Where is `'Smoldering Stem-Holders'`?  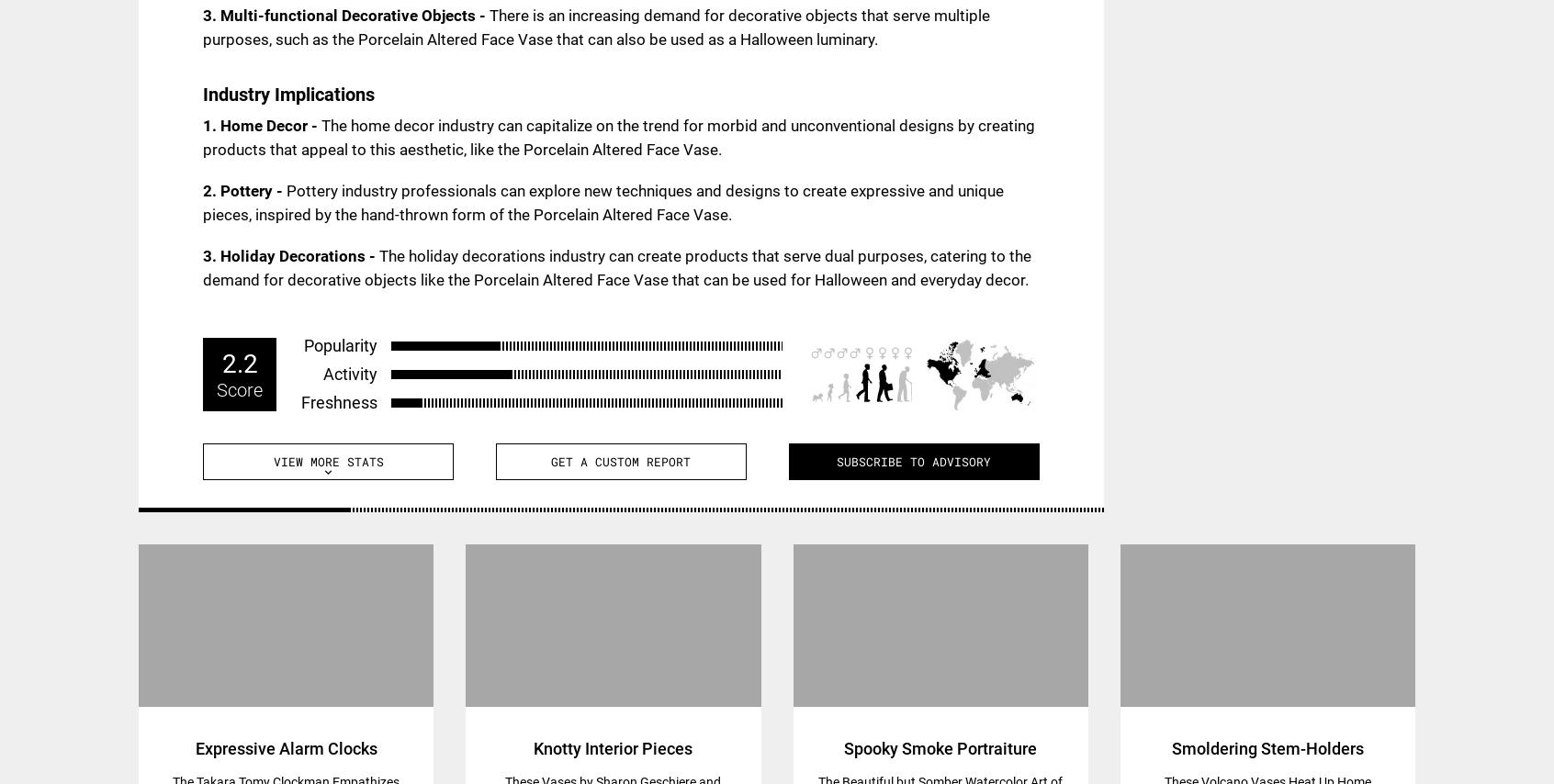 'Smoldering Stem-Holders' is located at coordinates (1267, 746).